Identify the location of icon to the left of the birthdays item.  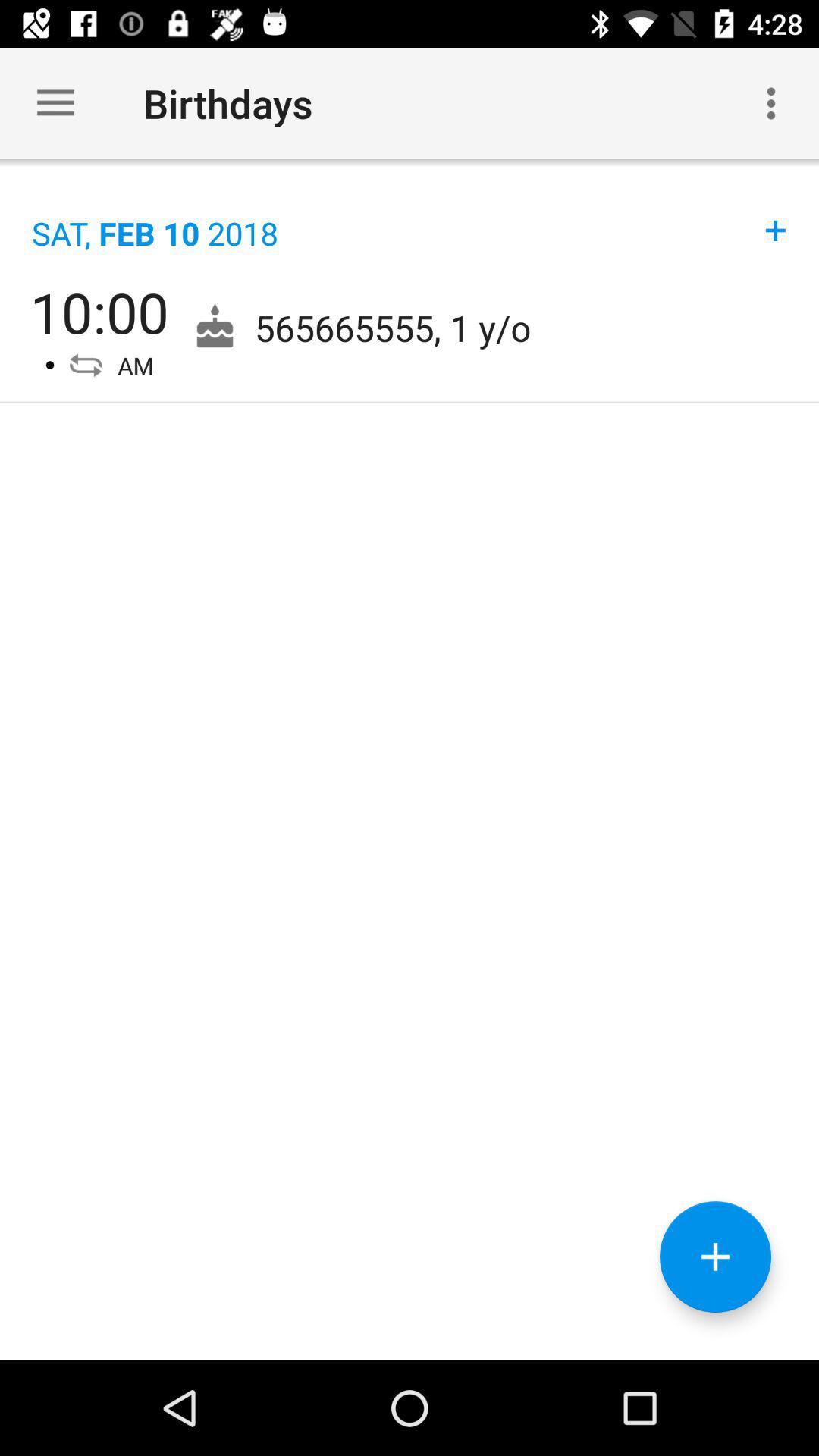
(55, 102).